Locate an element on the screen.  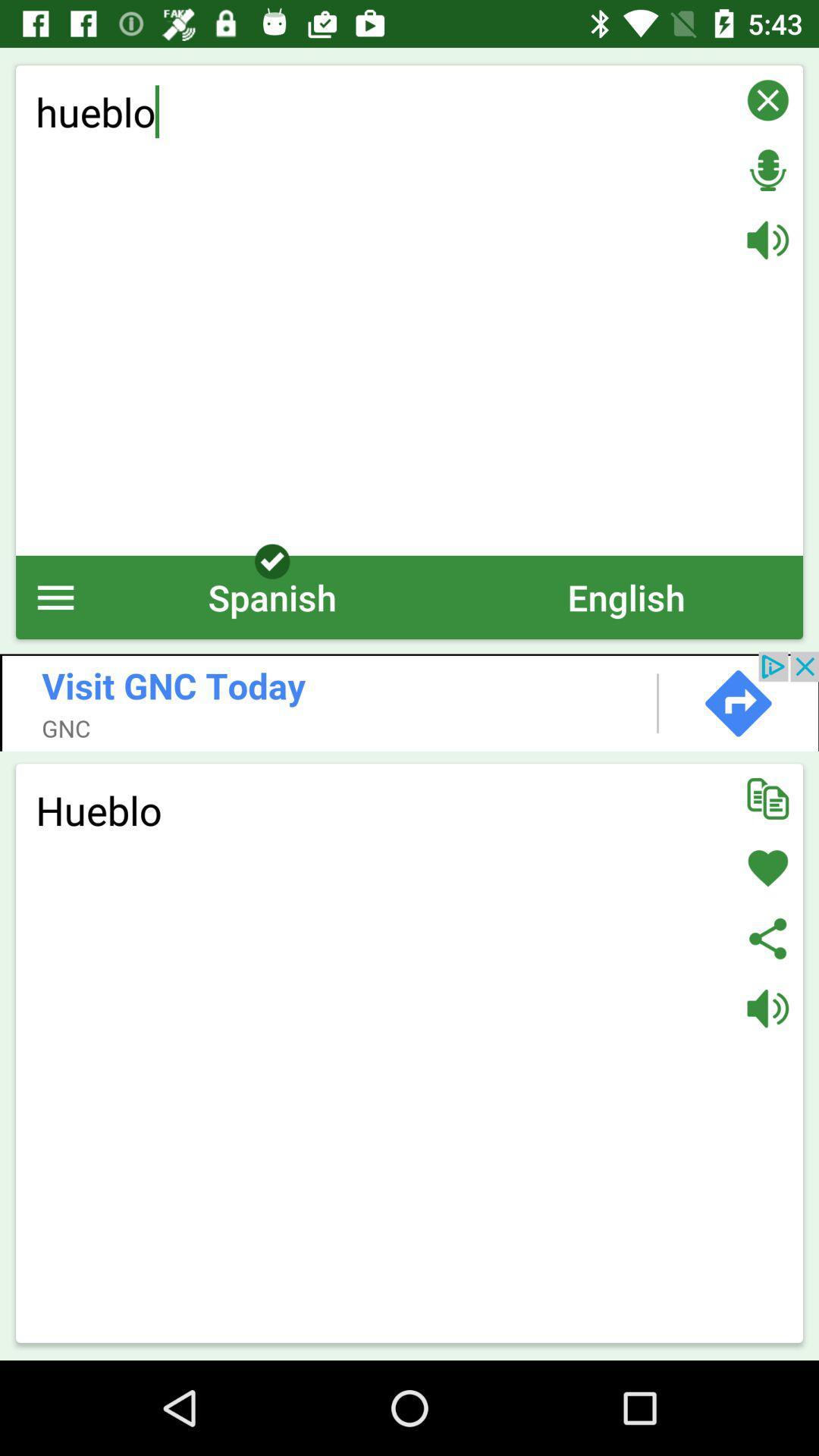
share is located at coordinates (767, 937).